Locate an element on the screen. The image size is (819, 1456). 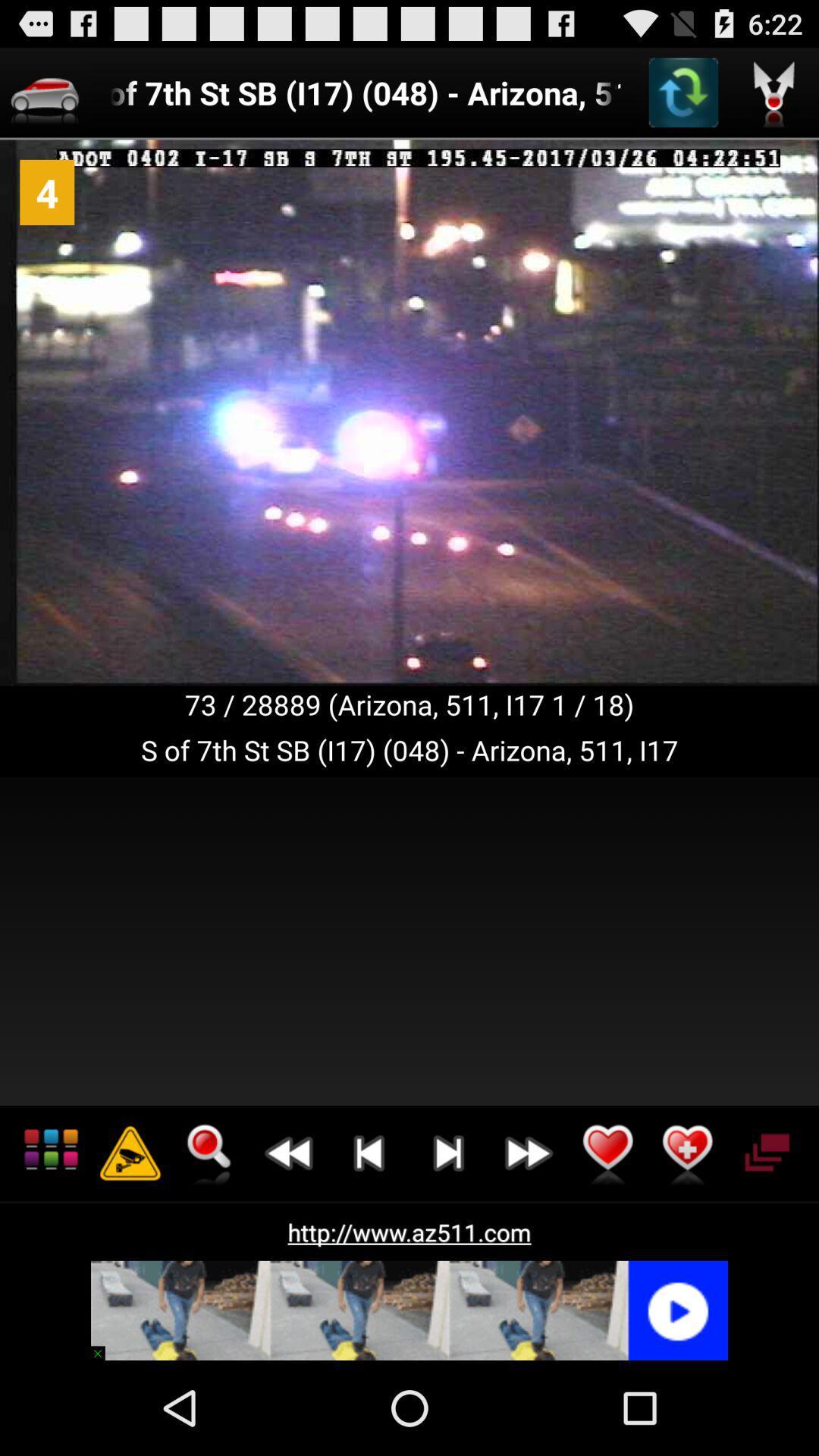
the dashboard icon is located at coordinates (50, 1234).